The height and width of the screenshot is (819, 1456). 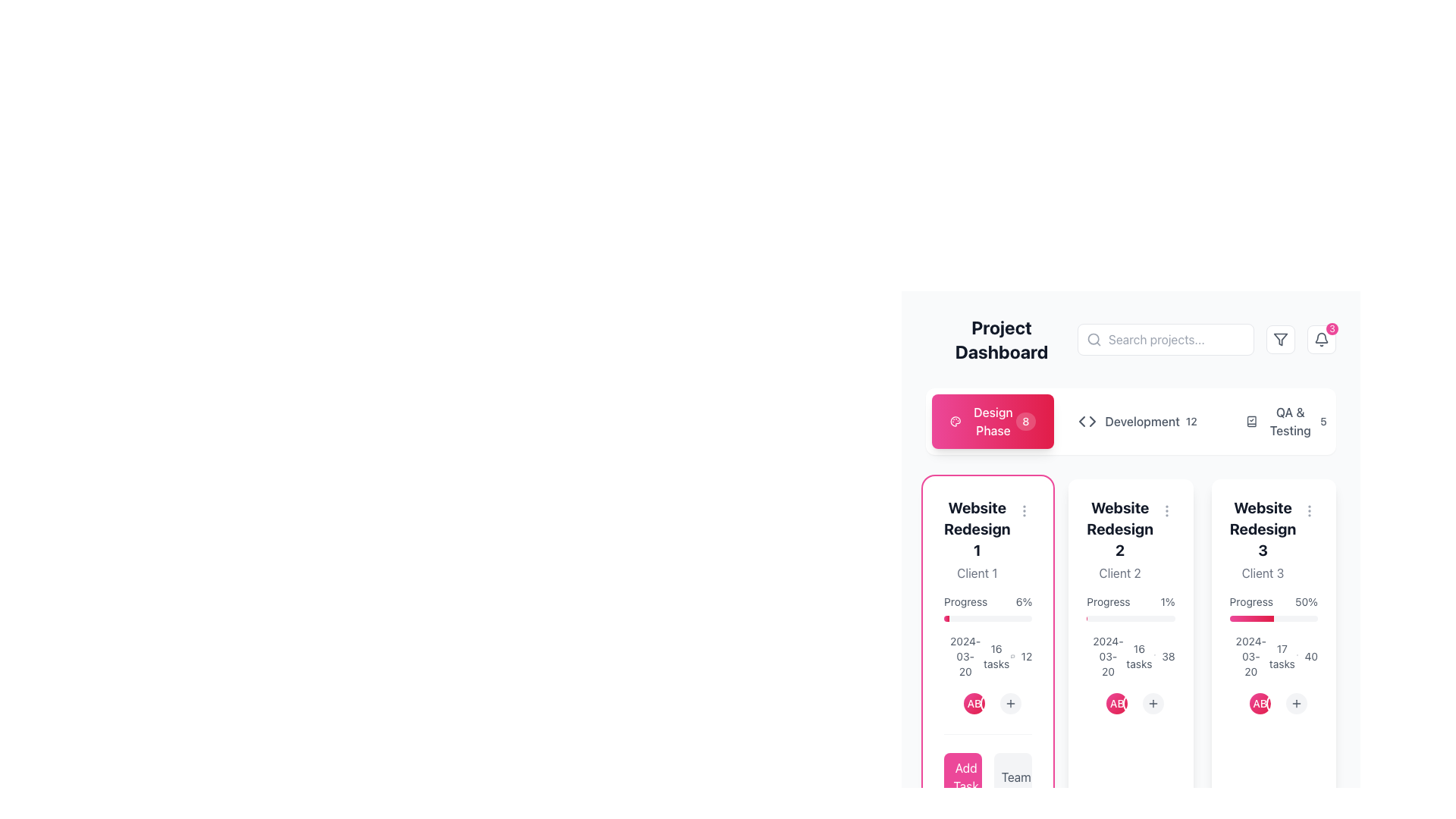 What do you see at coordinates (988, 656) in the screenshot?
I see `the text in the Grid layout within the 'Website Redesign 1' card` at bounding box center [988, 656].